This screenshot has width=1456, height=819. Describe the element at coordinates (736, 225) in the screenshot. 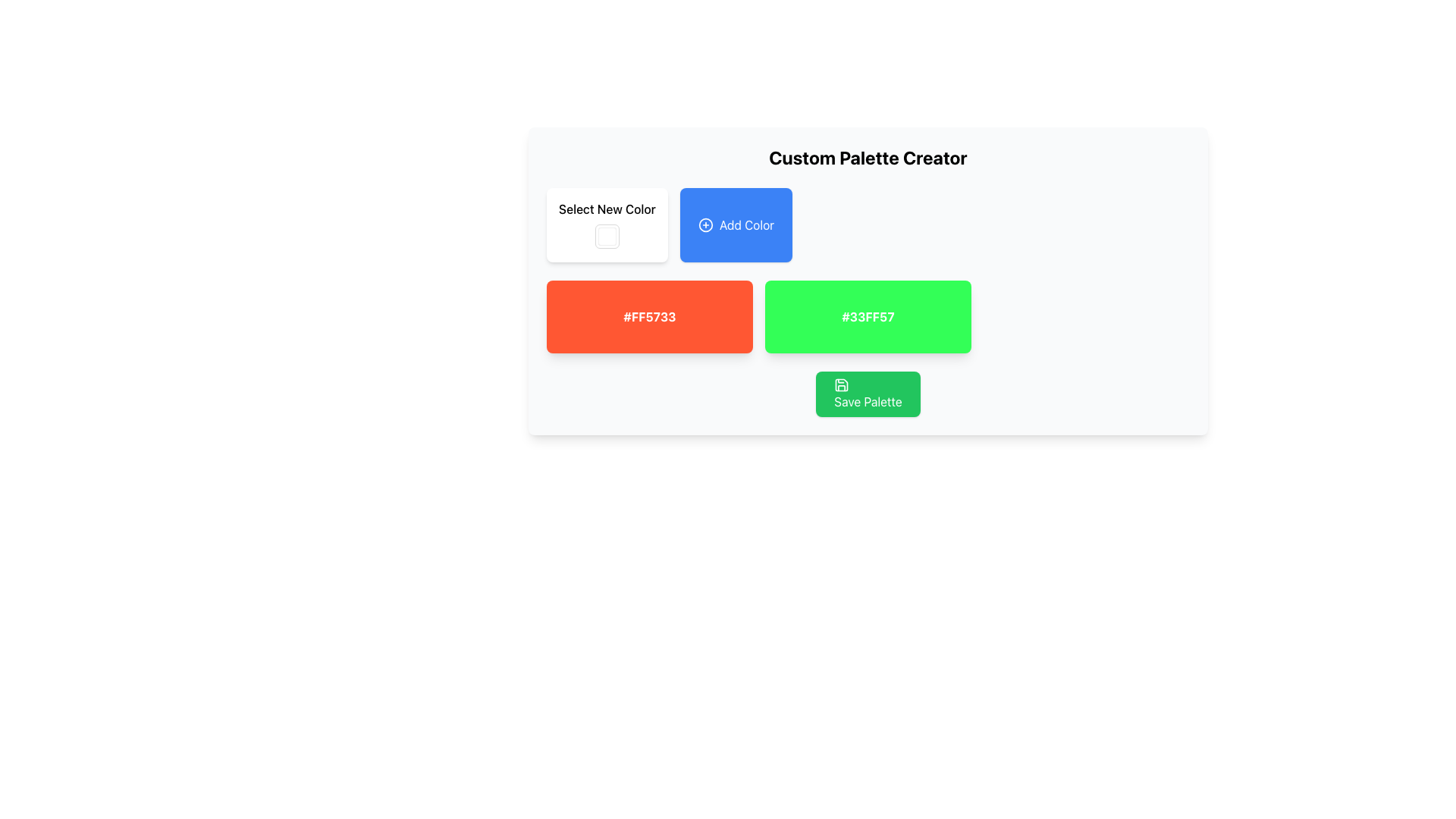

I see `the rectangular blue button labeled 'Add Color' with a plus icon to observe the style change` at that location.